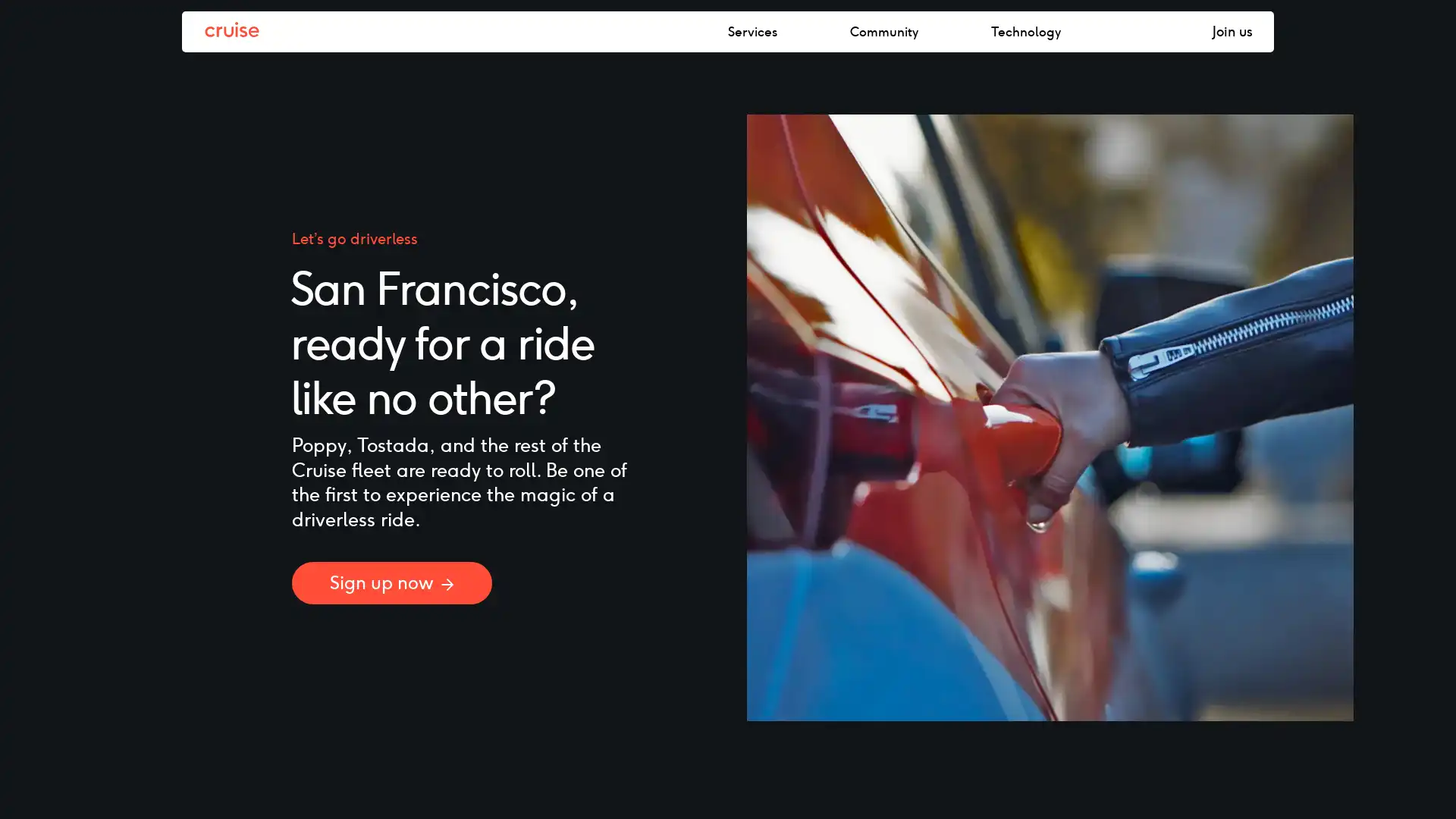 This screenshot has height=819, width=1456. I want to click on Sign up now, so click(392, 582).